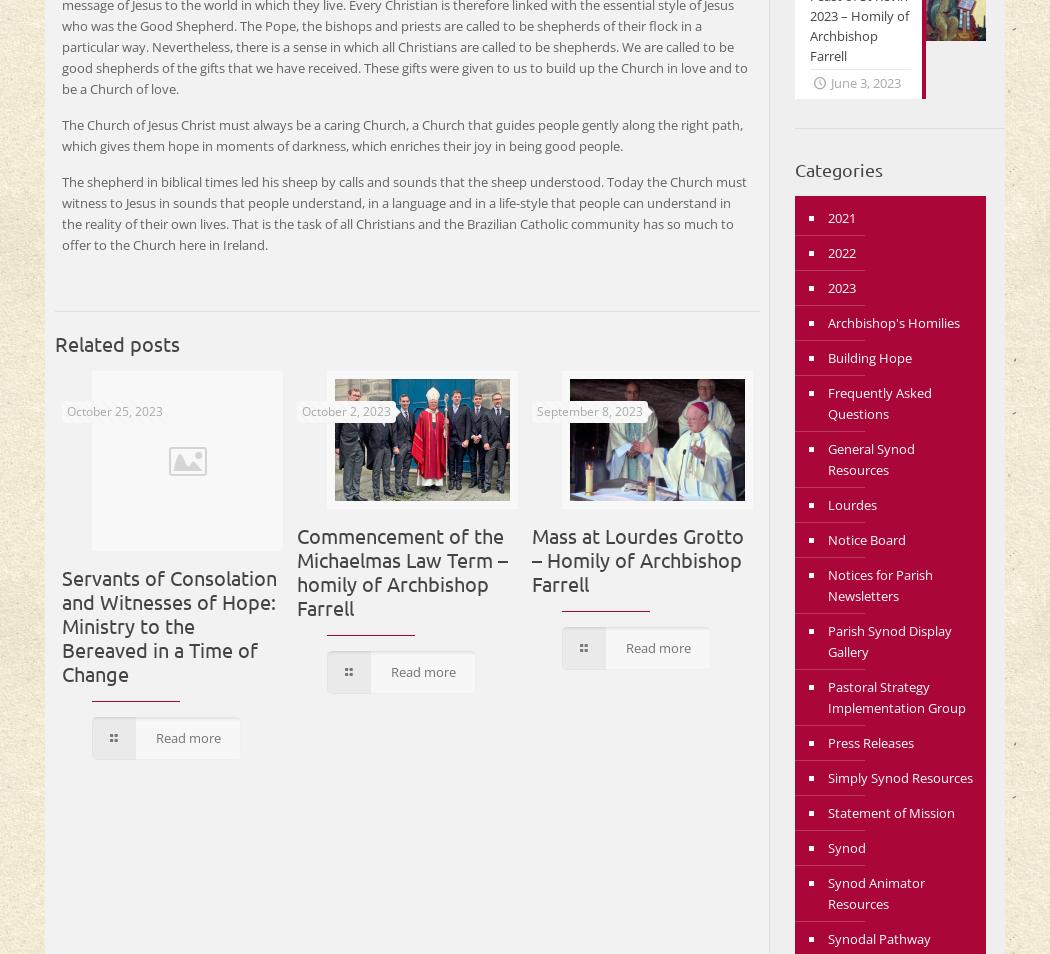 Image resolution: width=1050 pixels, height=954 pixels. What do you see at coordinates (169, 624) in the screenshot?
I see `'Servants of Consolation and Witnesses of Hope: Ministry to the Bereaved in a Time of Change'` at bounding box center [169, 624].